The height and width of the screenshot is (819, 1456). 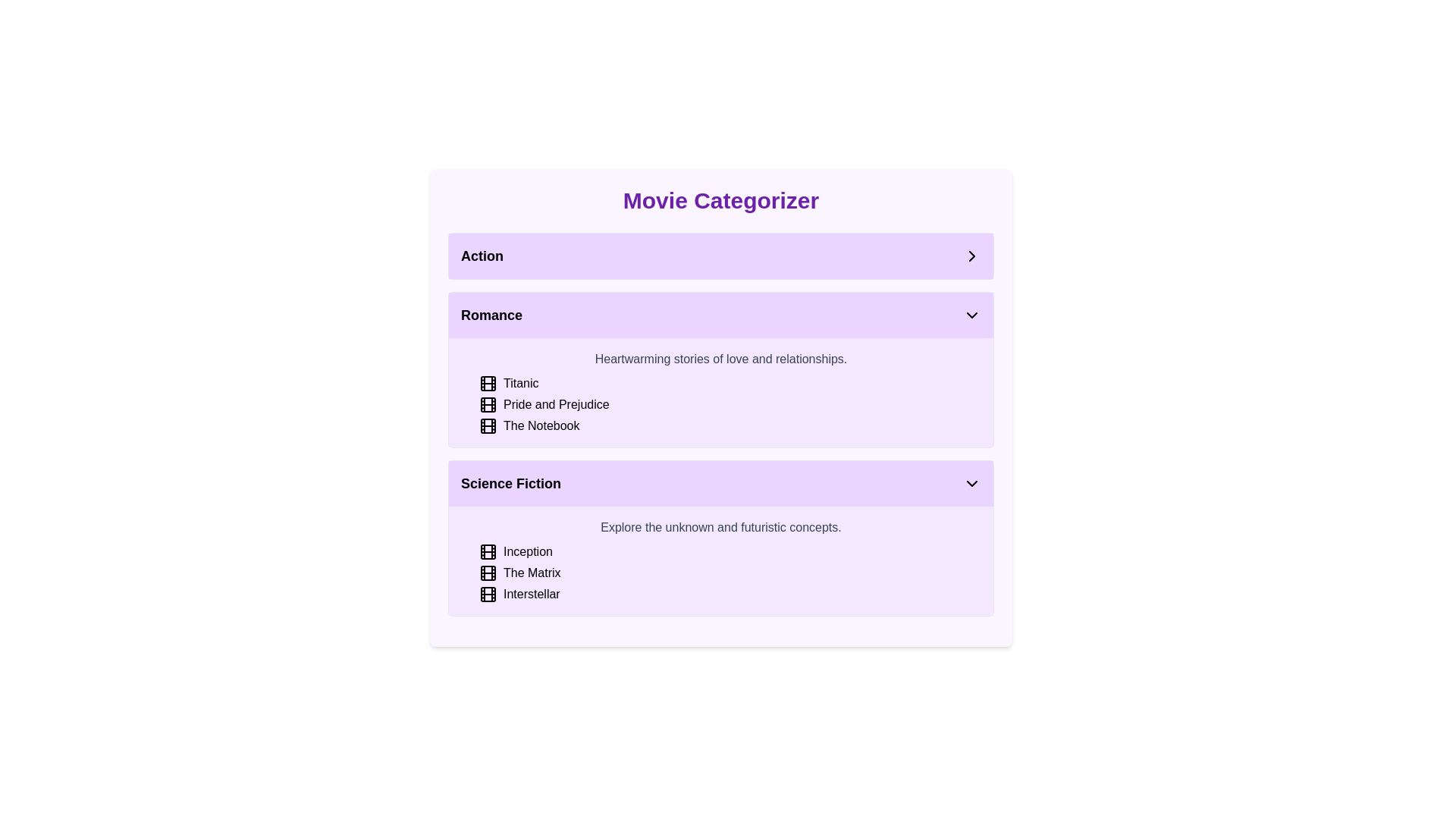 I want to click on the filmstrip icon located to the left of the 'Pride and Prejudice' text label in the 'Romance' category, so click(x=488, y=403).